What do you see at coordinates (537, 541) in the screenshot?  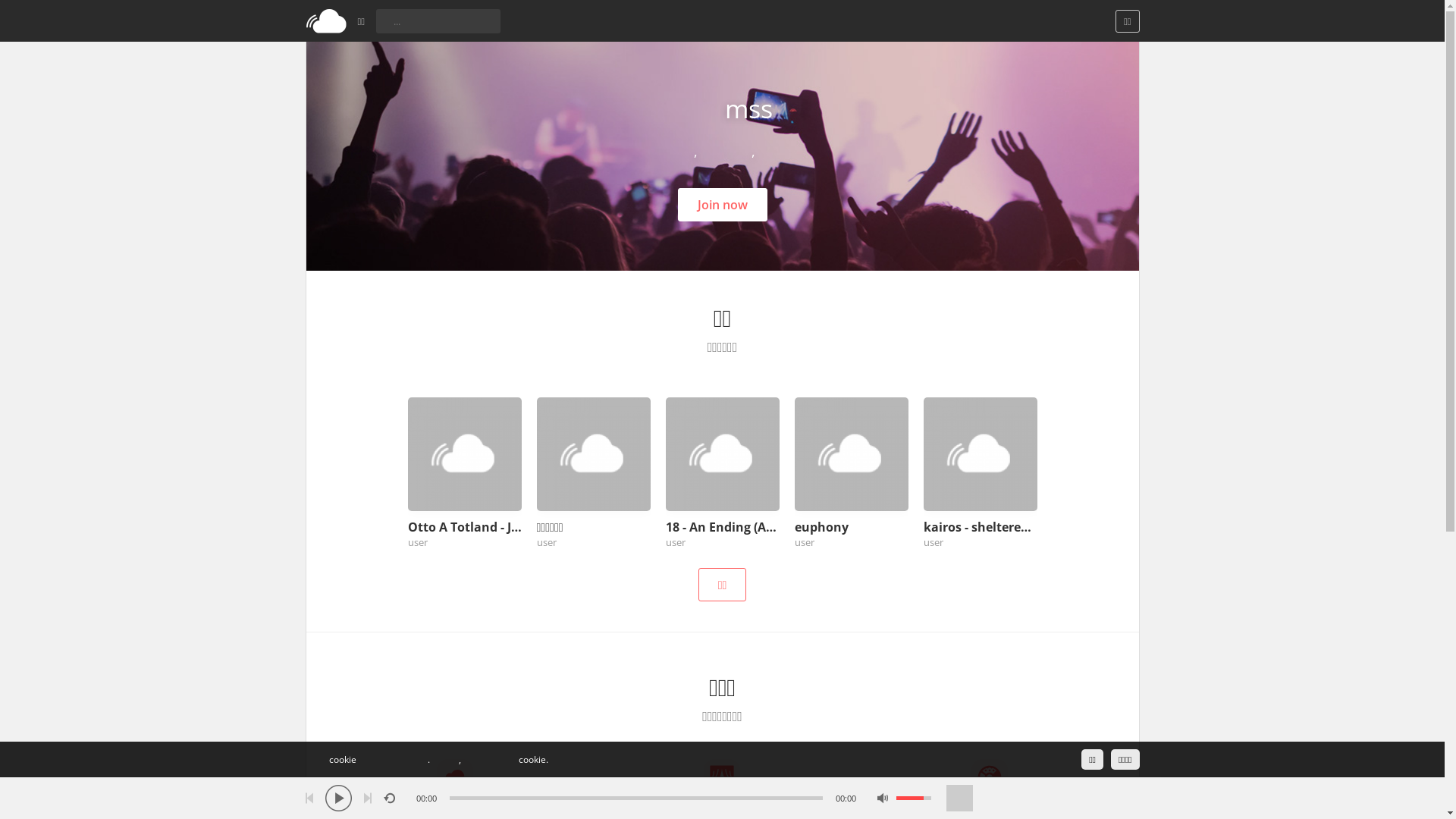 I see `'user'` at bounding box center [537, 541].